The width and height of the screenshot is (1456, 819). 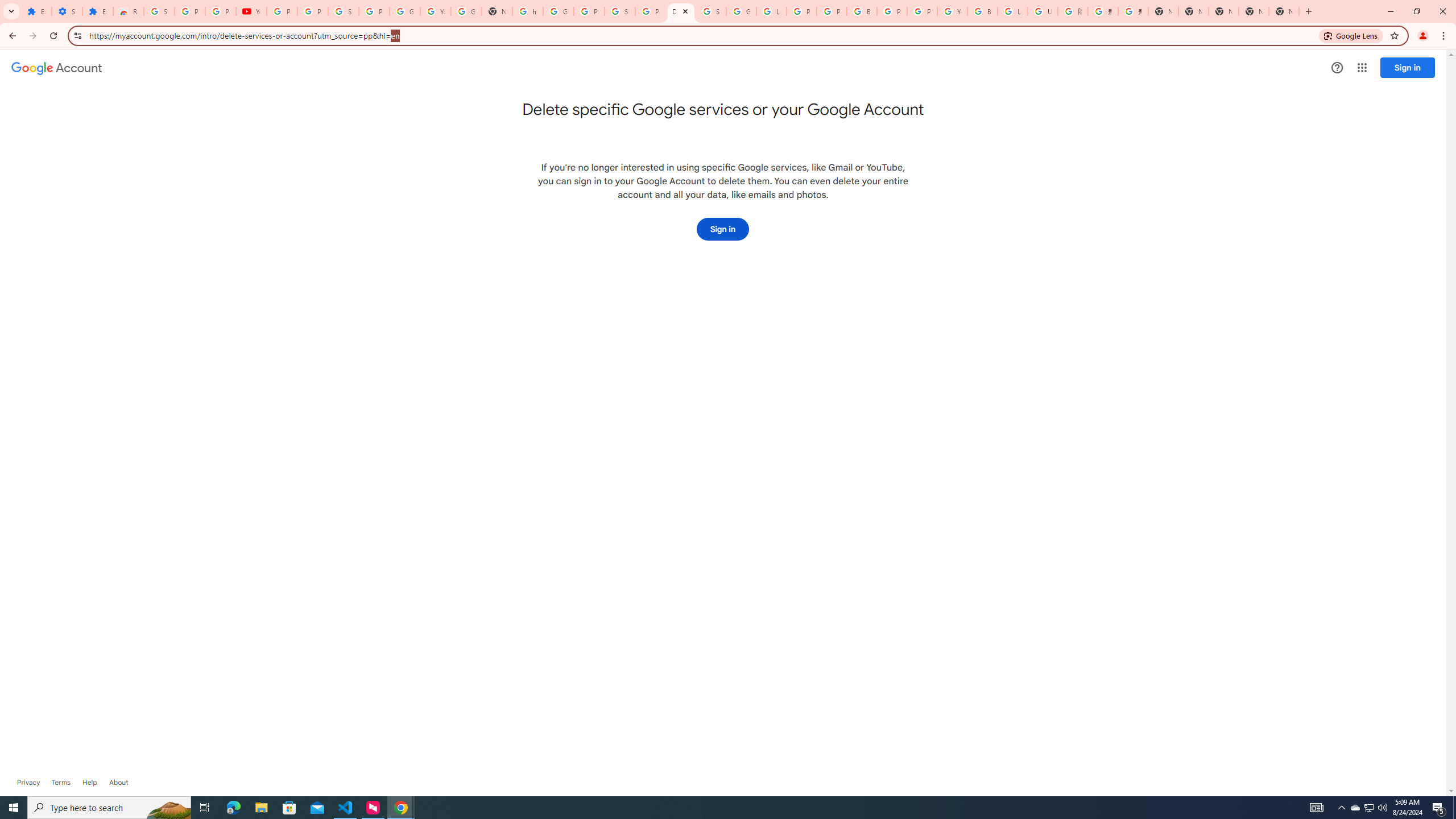 I want to click on 'Sign in - Google Accounts', so click(x=619, y=11).